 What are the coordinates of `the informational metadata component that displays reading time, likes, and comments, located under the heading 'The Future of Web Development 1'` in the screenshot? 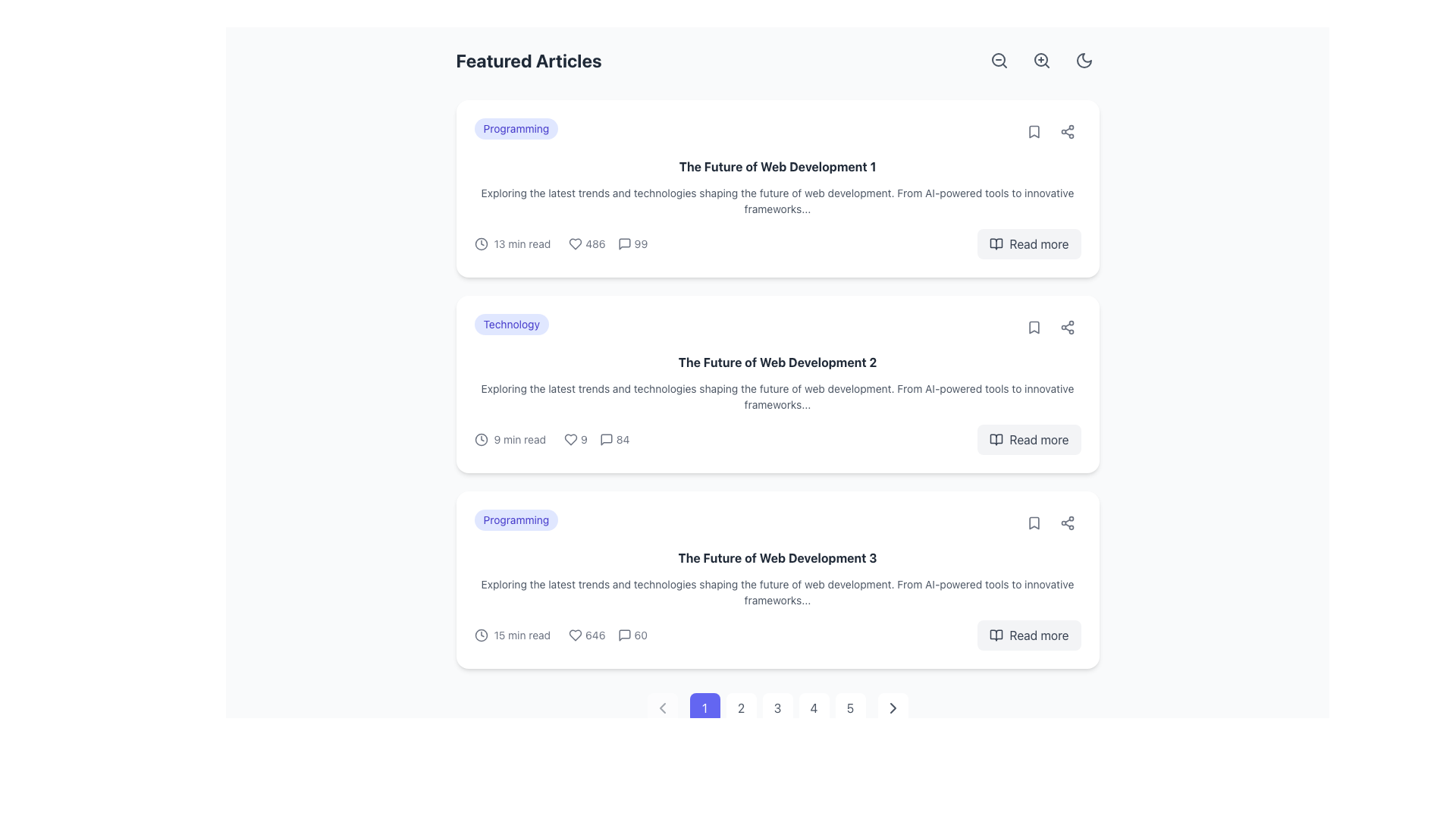 It's located at (560, 243).